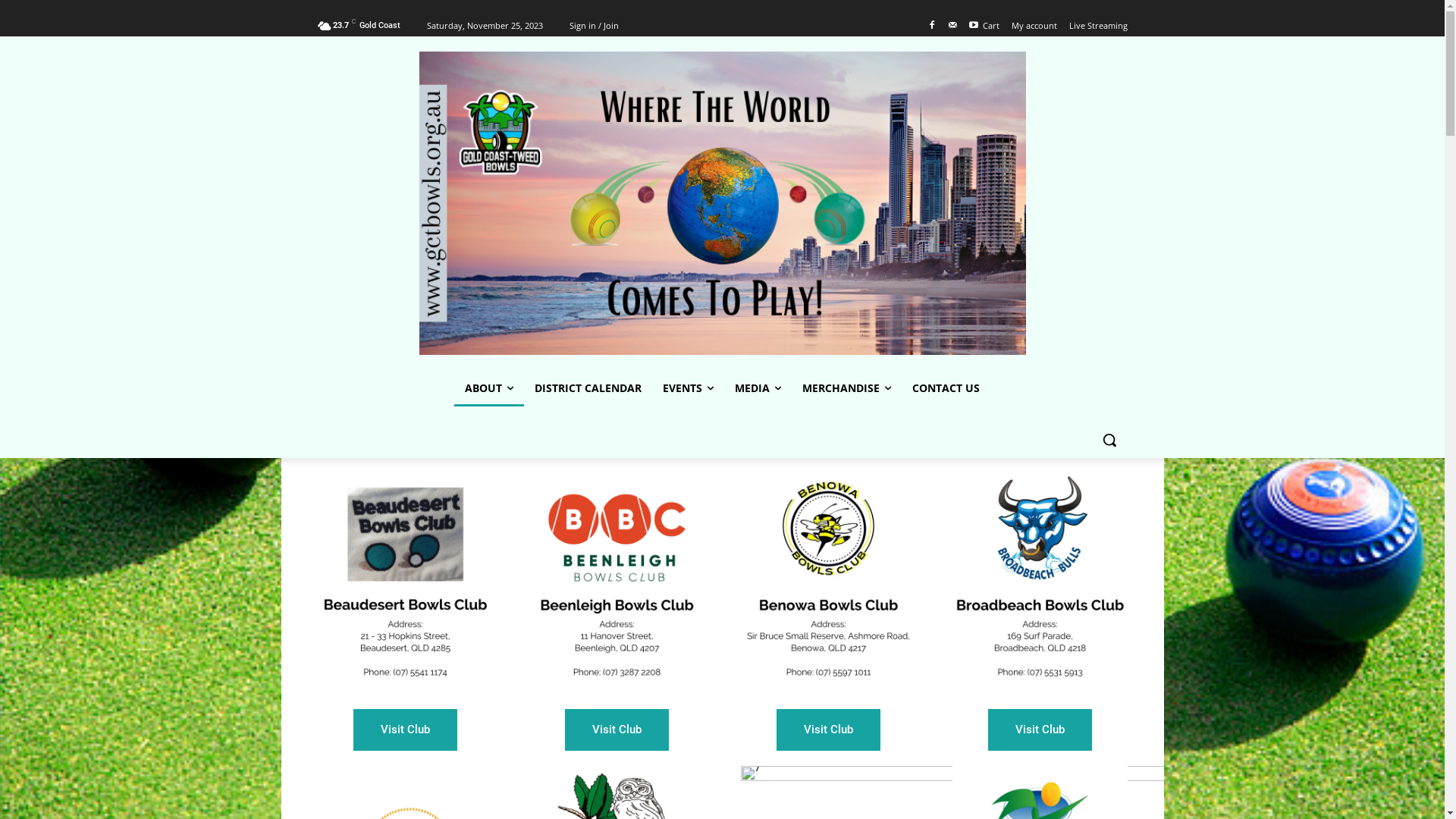  What do you see at coordinates (592, 26) in the screenshot?
I see `'Sign in / Join'` at bounding box center [592, 26].